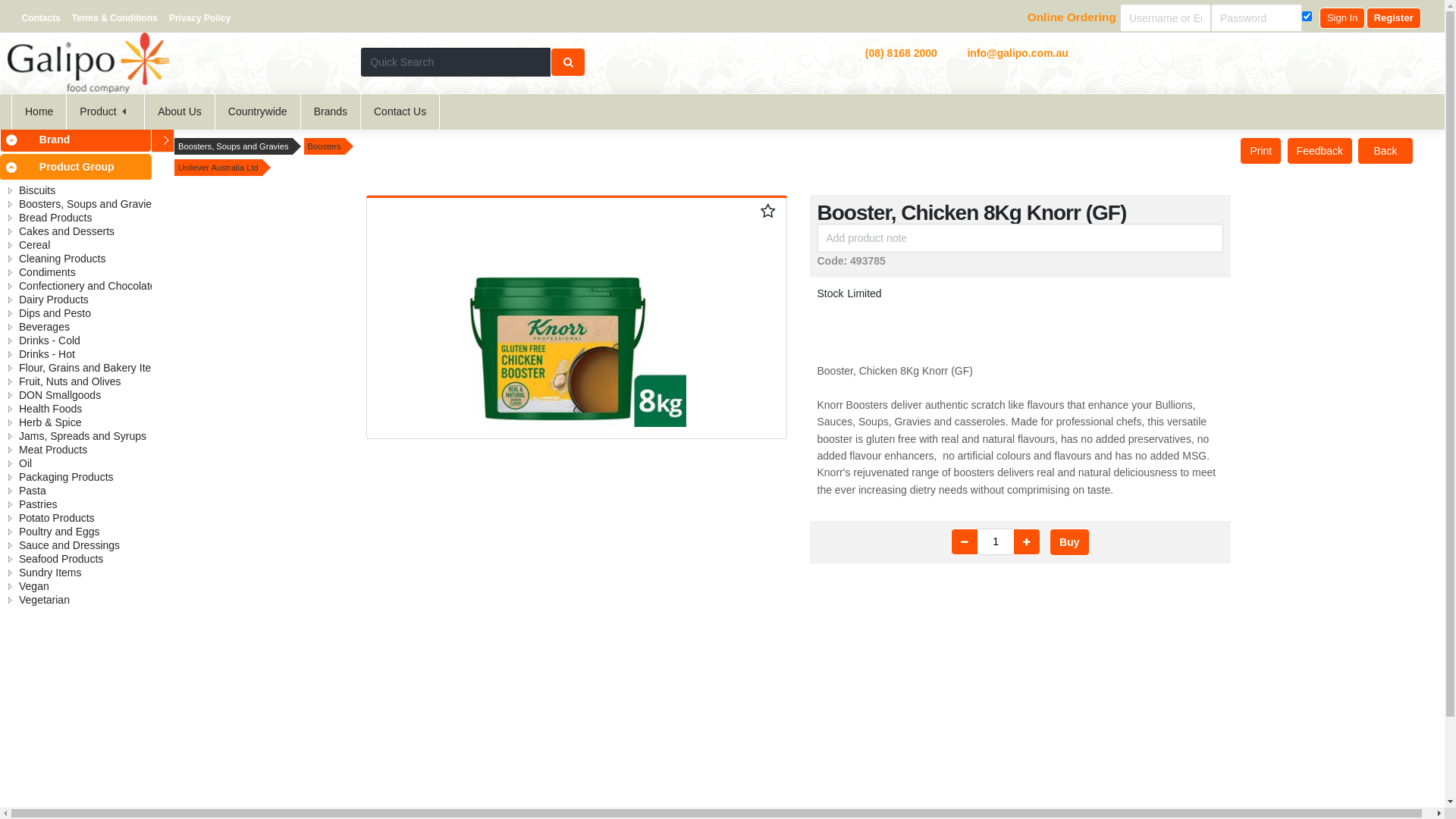  Describe the element at coordinates (1366, 17) in the screenshot. I see `'Register'` at that location.